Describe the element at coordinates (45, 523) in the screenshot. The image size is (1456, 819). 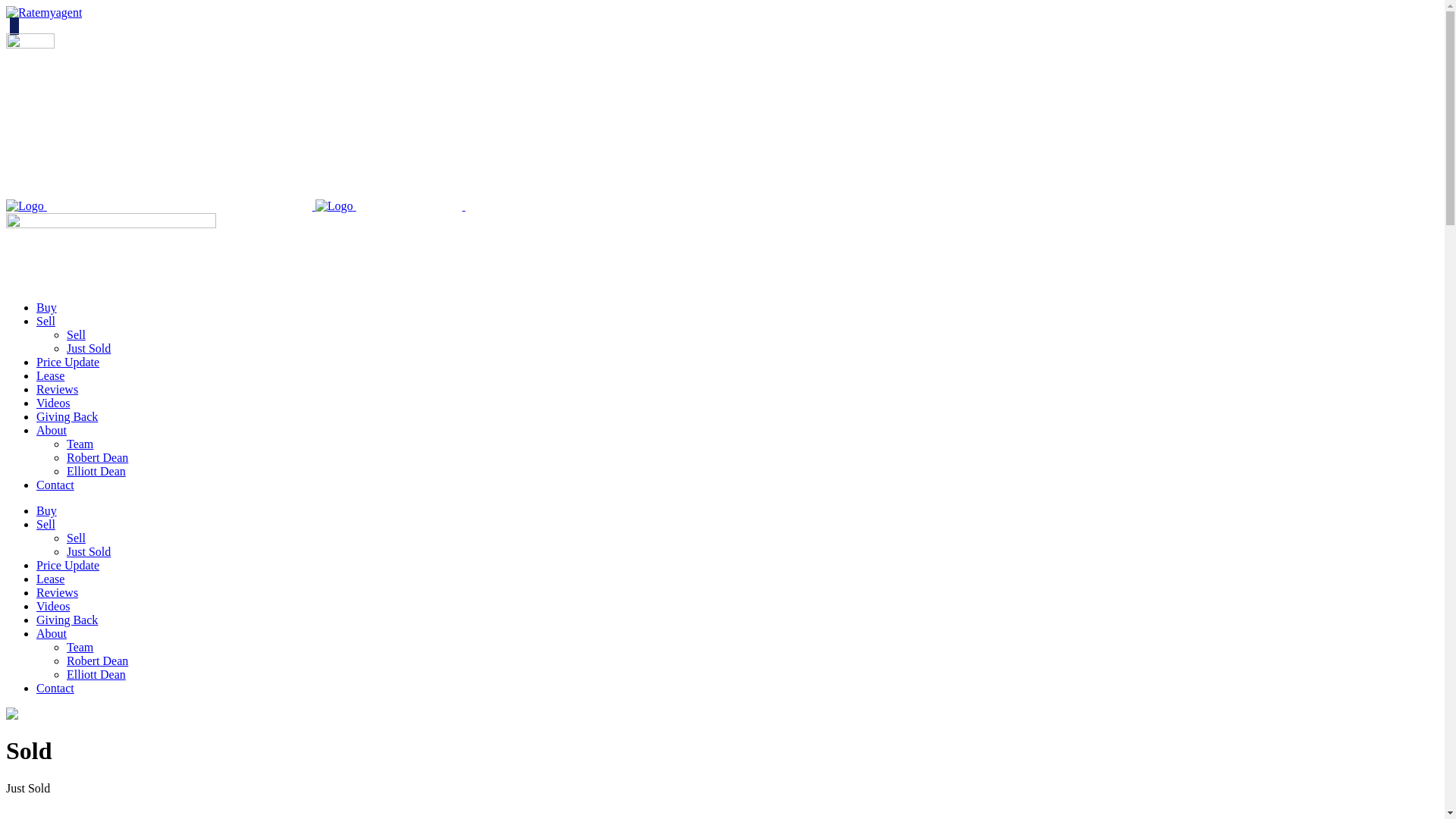
I see `'Sell'` at that location.